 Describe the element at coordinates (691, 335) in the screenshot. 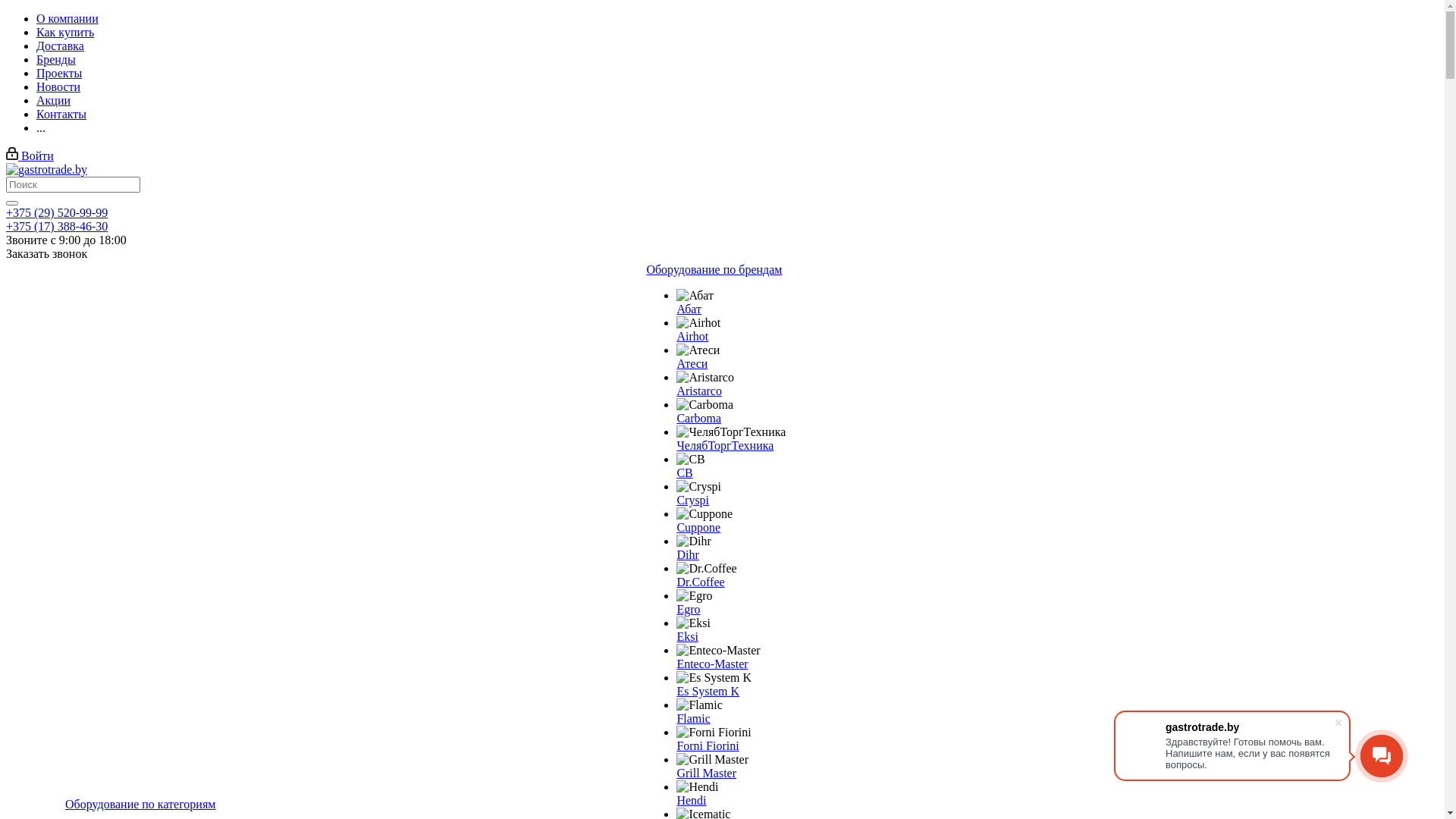

I see `'Airhot'` at that location.